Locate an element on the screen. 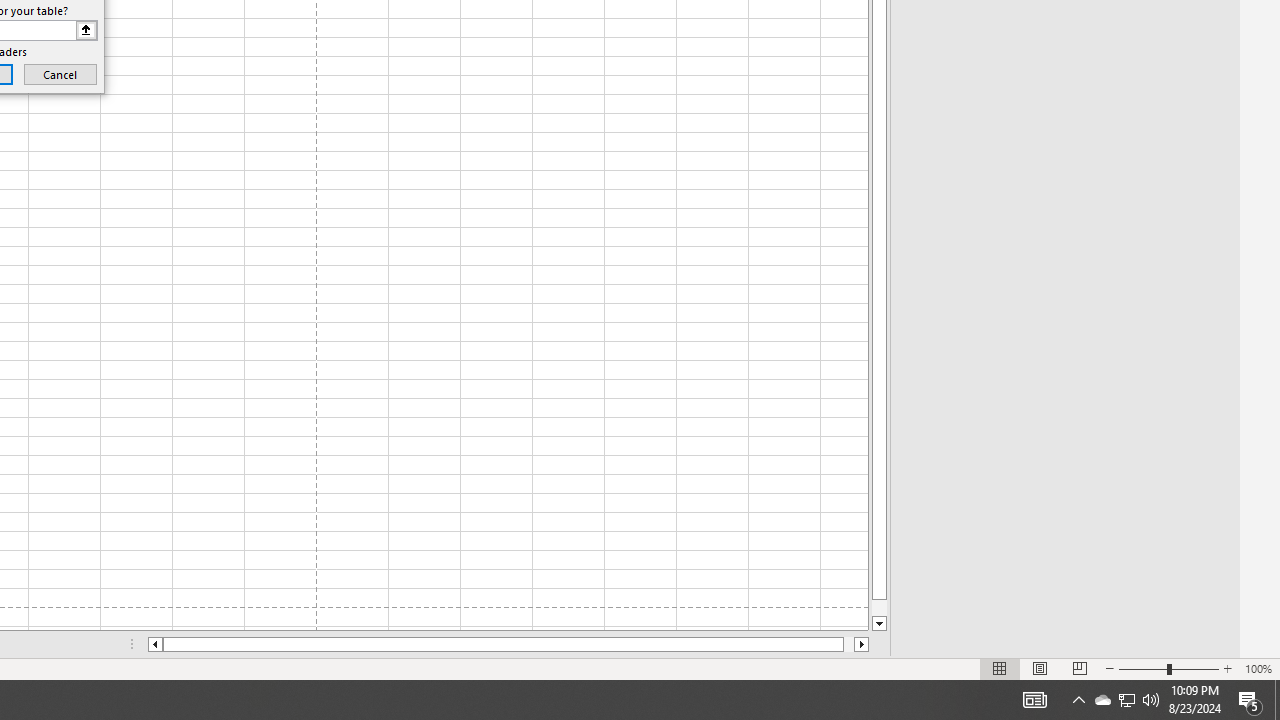 Image resolution: width=1280 pixels, height=720 pixels. 'Zoom Out' is located at coordinates (1143, 669).